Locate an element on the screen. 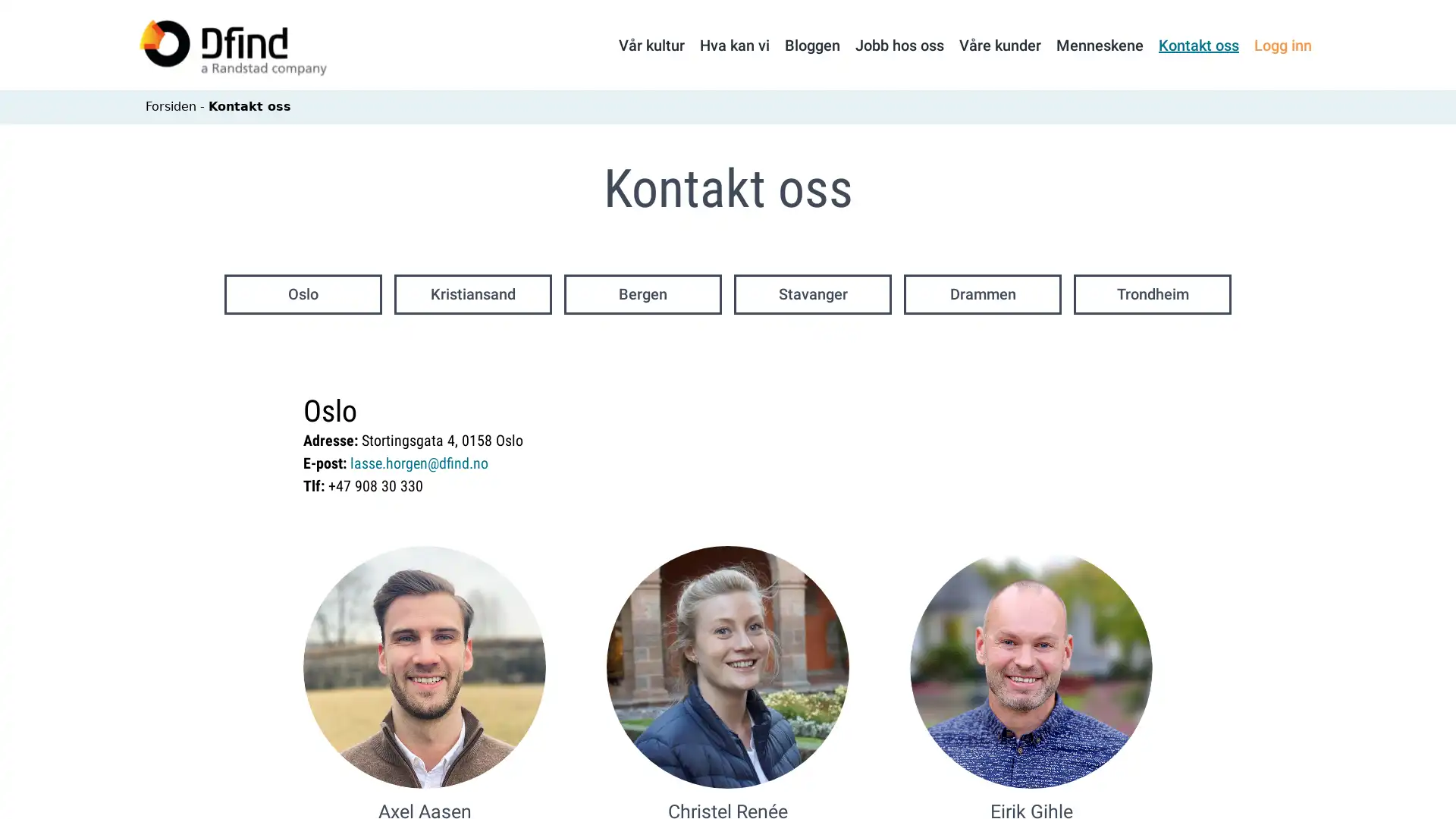 The image size is (1456, 819). Bergen is located at coordinates (643, 294).